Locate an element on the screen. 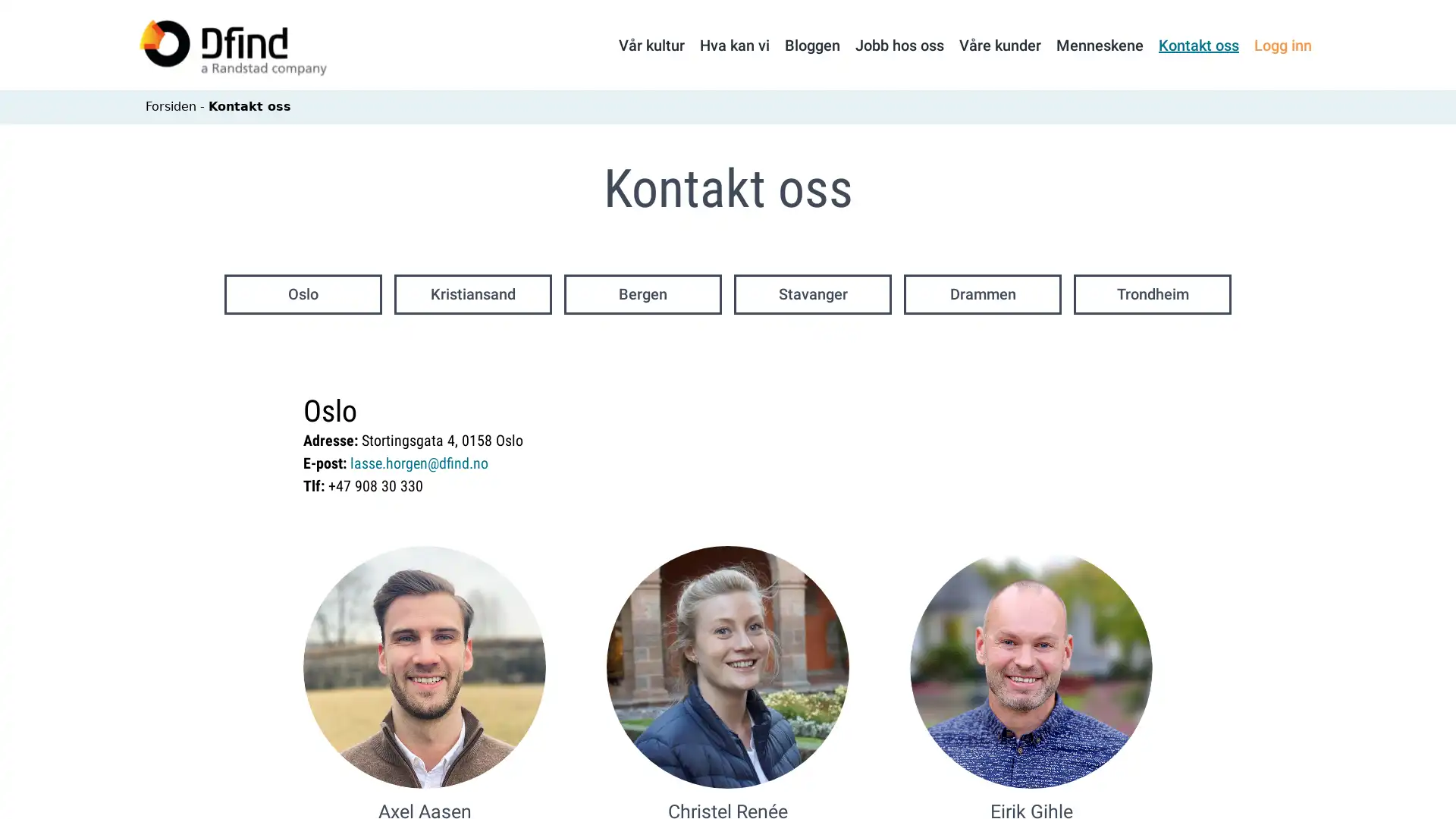 The image size is (1456, 819). Bergen is located at coordinates (643, 294).